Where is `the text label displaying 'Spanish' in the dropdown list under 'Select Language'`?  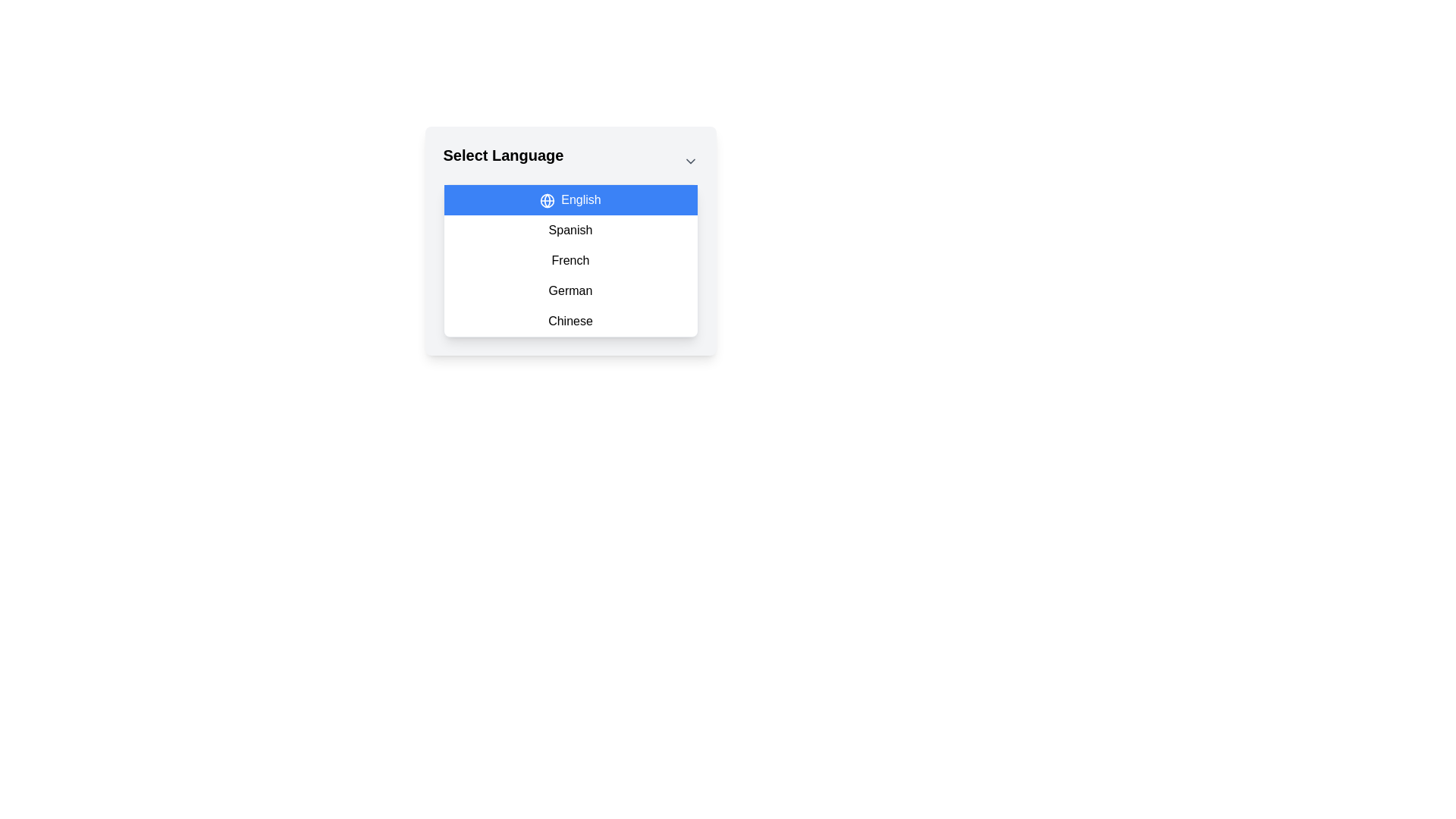
the text label displaying 'Spanish' in the dropdown list under 'Select Language' is located at coordinates (570, 231).